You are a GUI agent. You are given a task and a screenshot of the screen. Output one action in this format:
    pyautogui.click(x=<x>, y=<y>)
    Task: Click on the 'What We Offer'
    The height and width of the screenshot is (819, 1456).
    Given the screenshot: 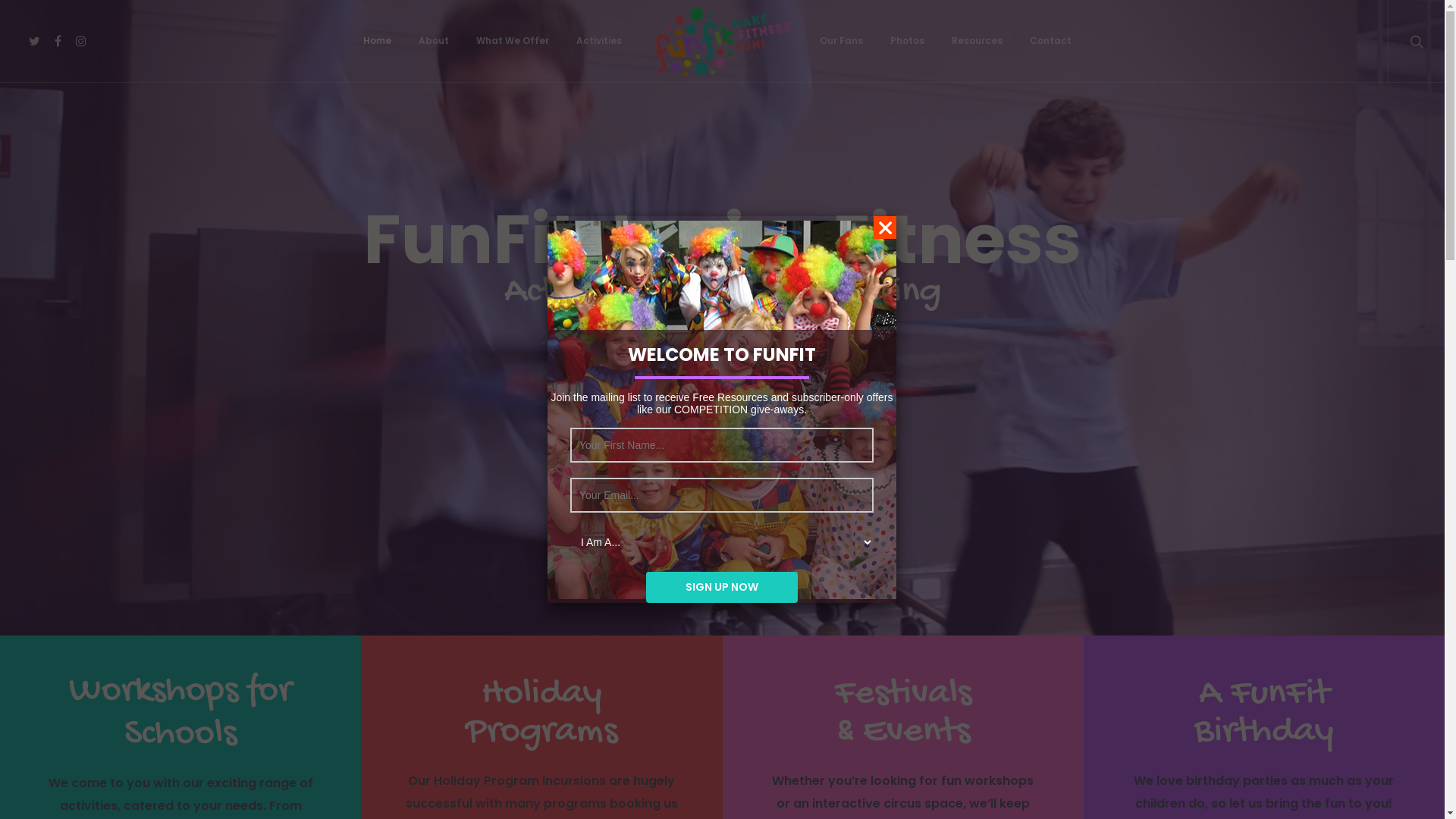 What is the action you would take?
    pyautogui.click(x=464, y=44)
    